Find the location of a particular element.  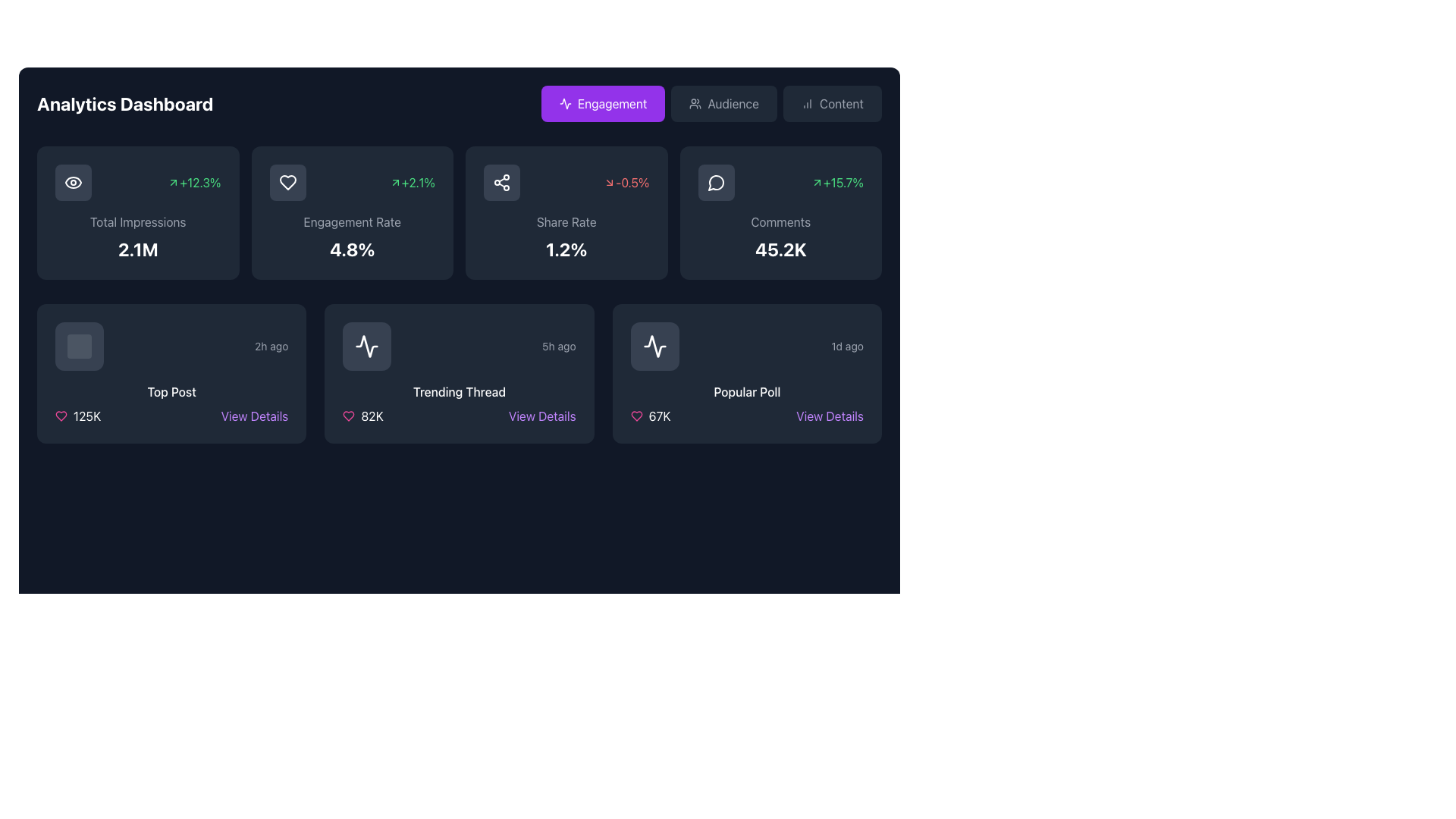

displayed information of the Text label showing '1.2%' in the 'Share Rate' section of the dashboard is located at coordinates (566, 248).